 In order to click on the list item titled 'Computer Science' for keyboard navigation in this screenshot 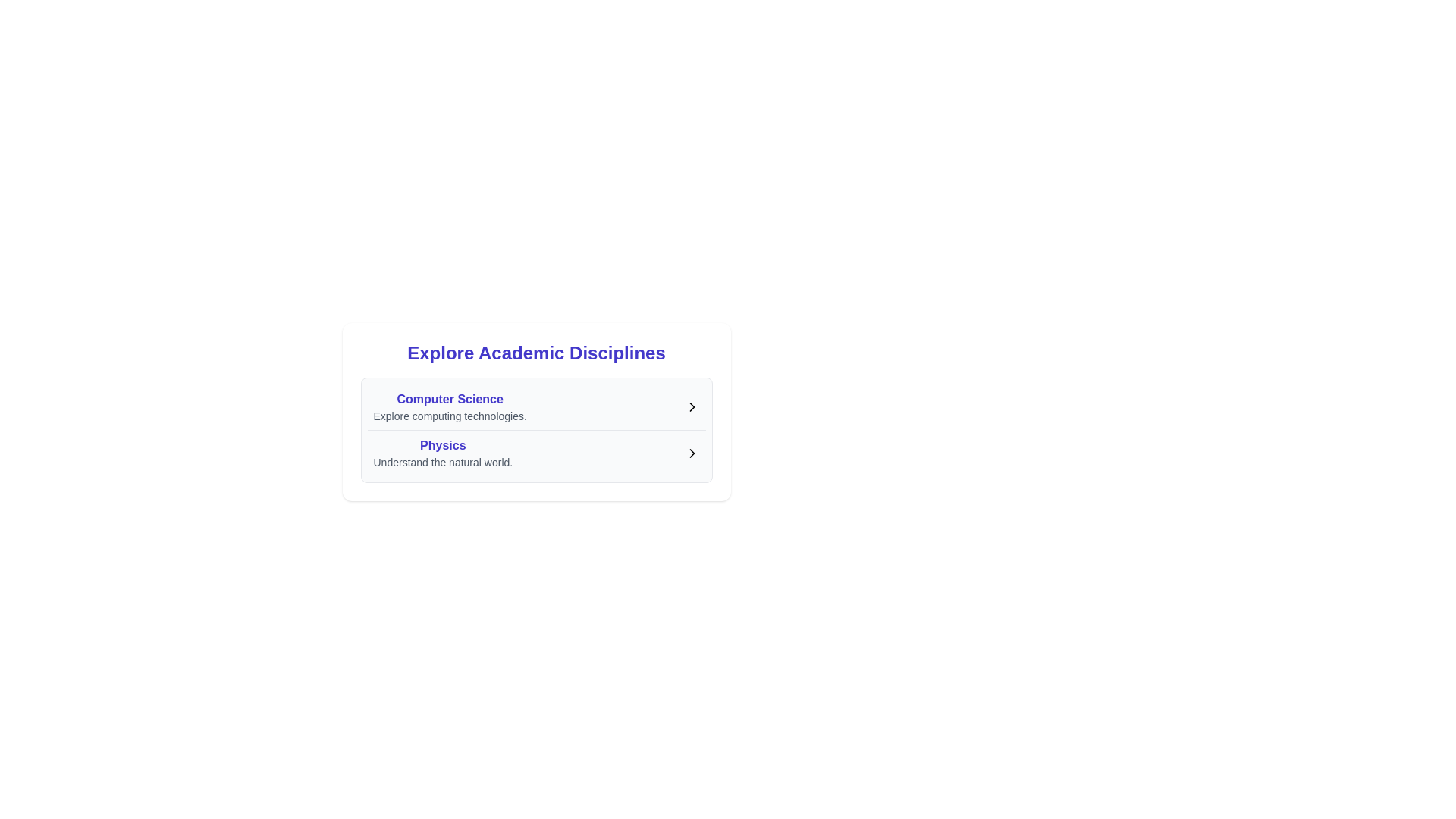, I will do `click(536, 406)`.